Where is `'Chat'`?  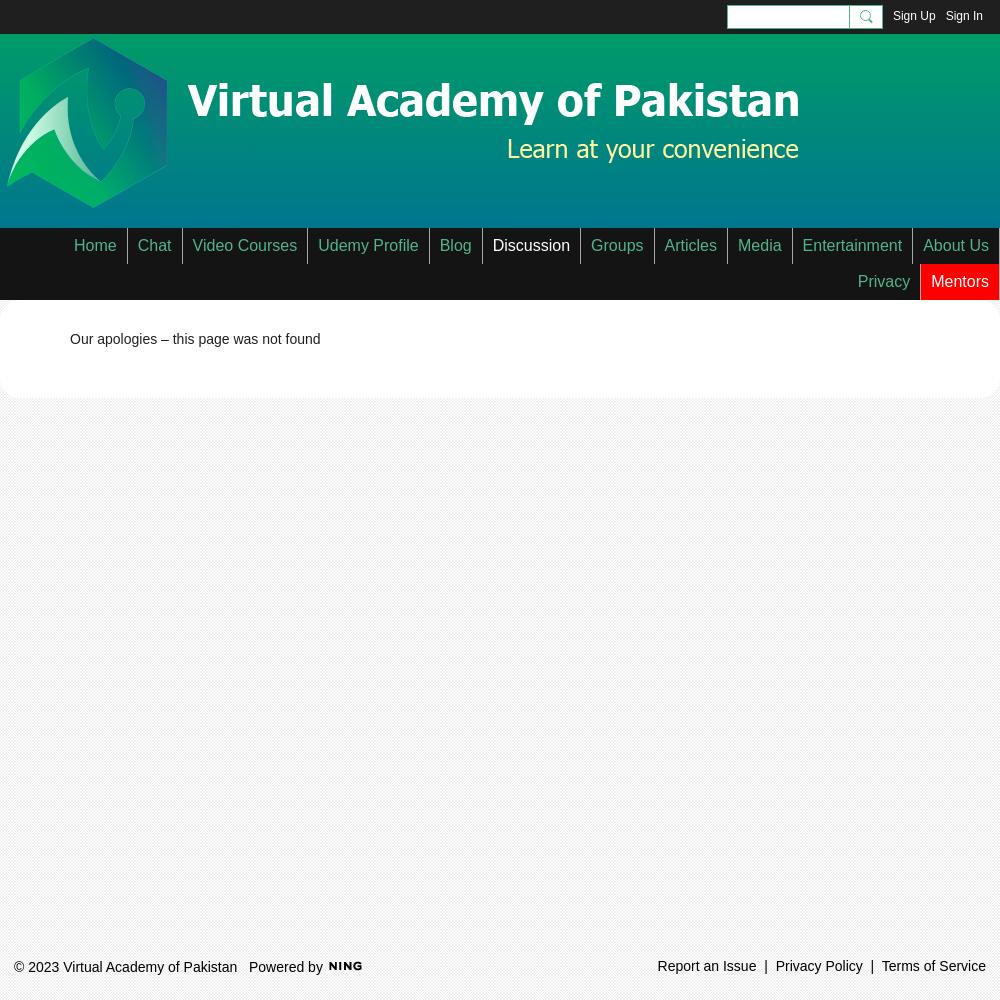 'Chat' is located at coordinates (154, 244).